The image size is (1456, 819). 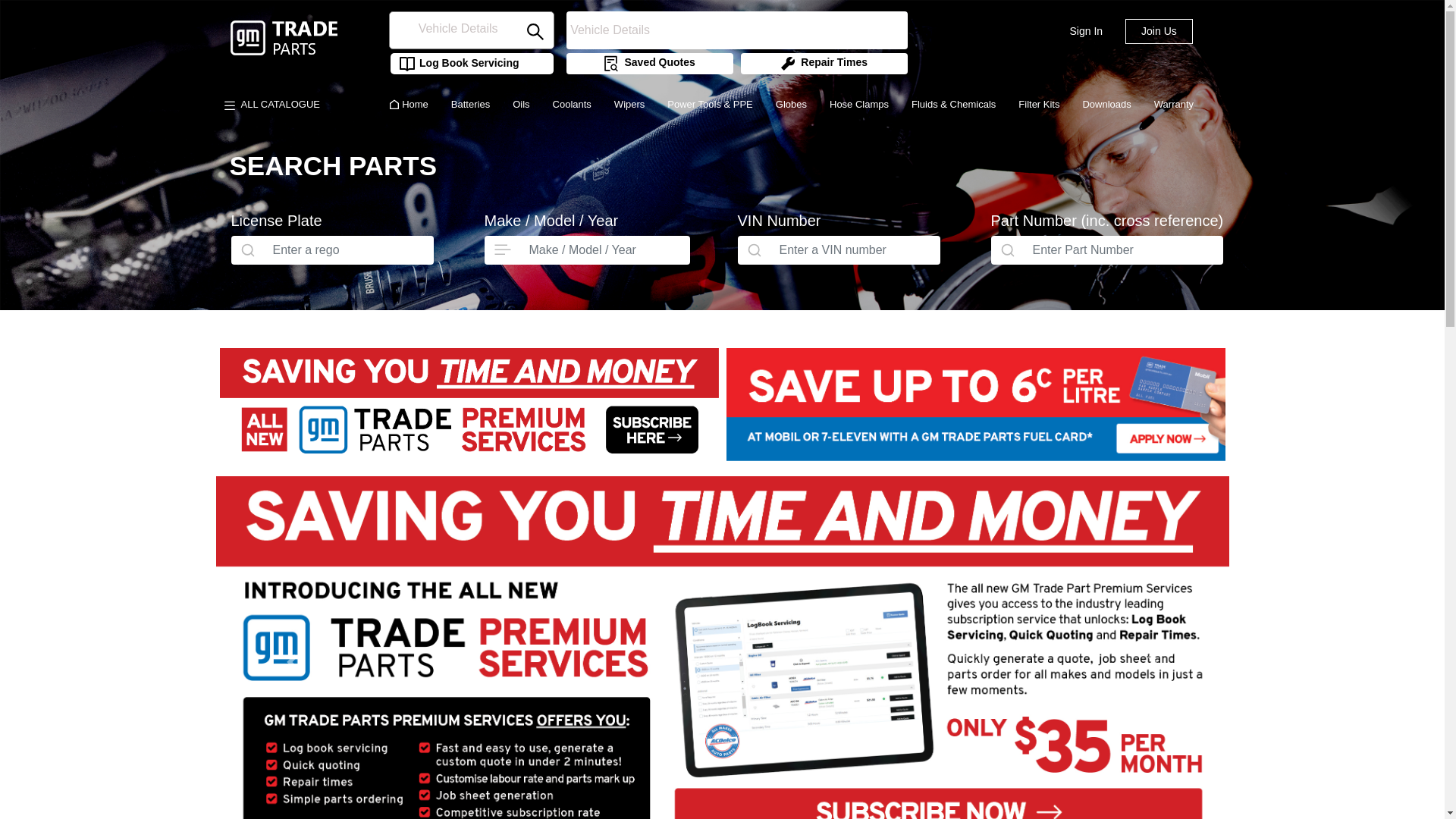 I want to click on 'Globes', so click(x=764, y=104).